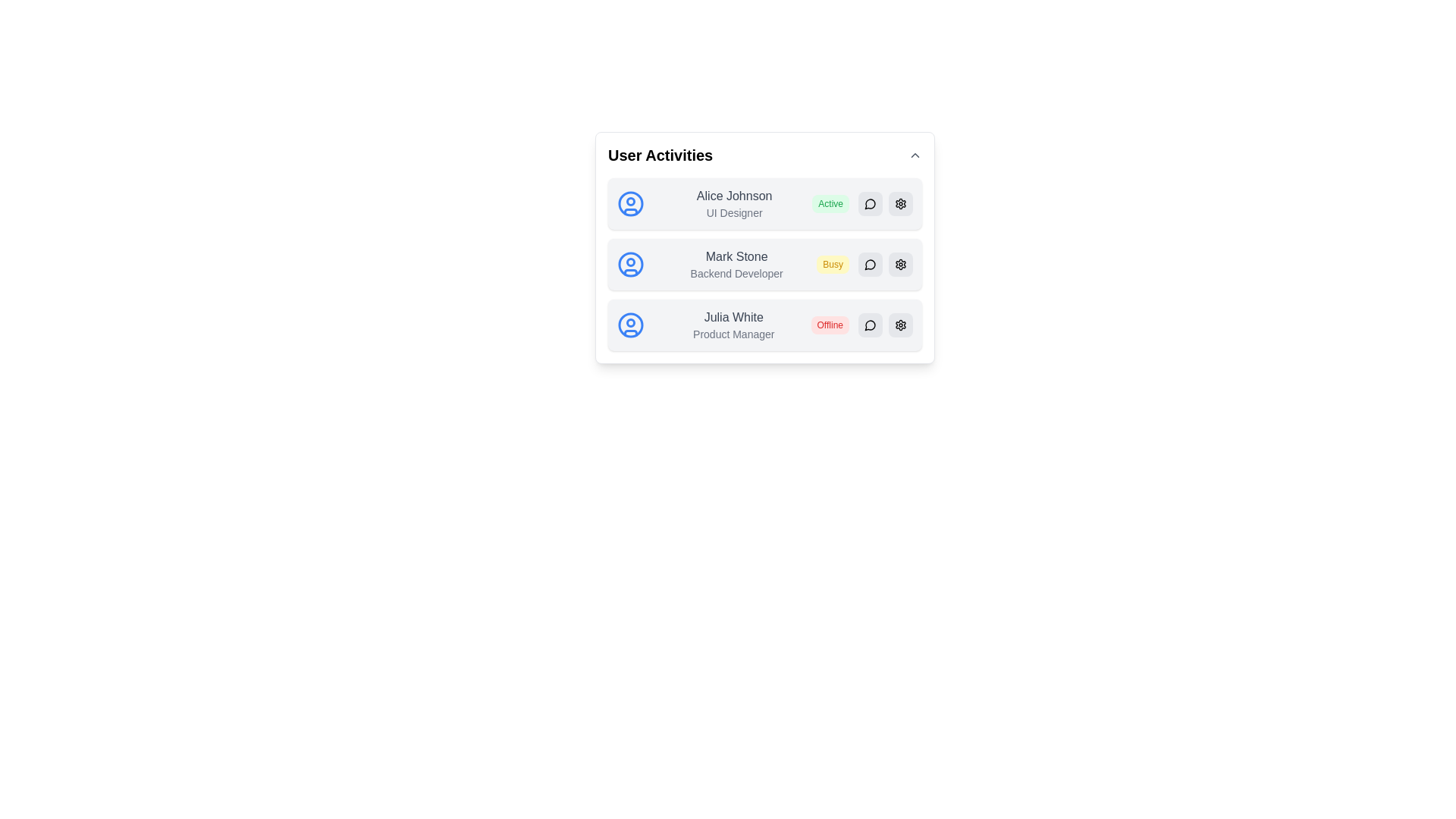 This screenshot has width=1456, height=819. What do you see at coordinates (764, 263) in the screenshot?
I see `the user name 'Mark Stone' in the user profile card` at bounding box center [764, 263].